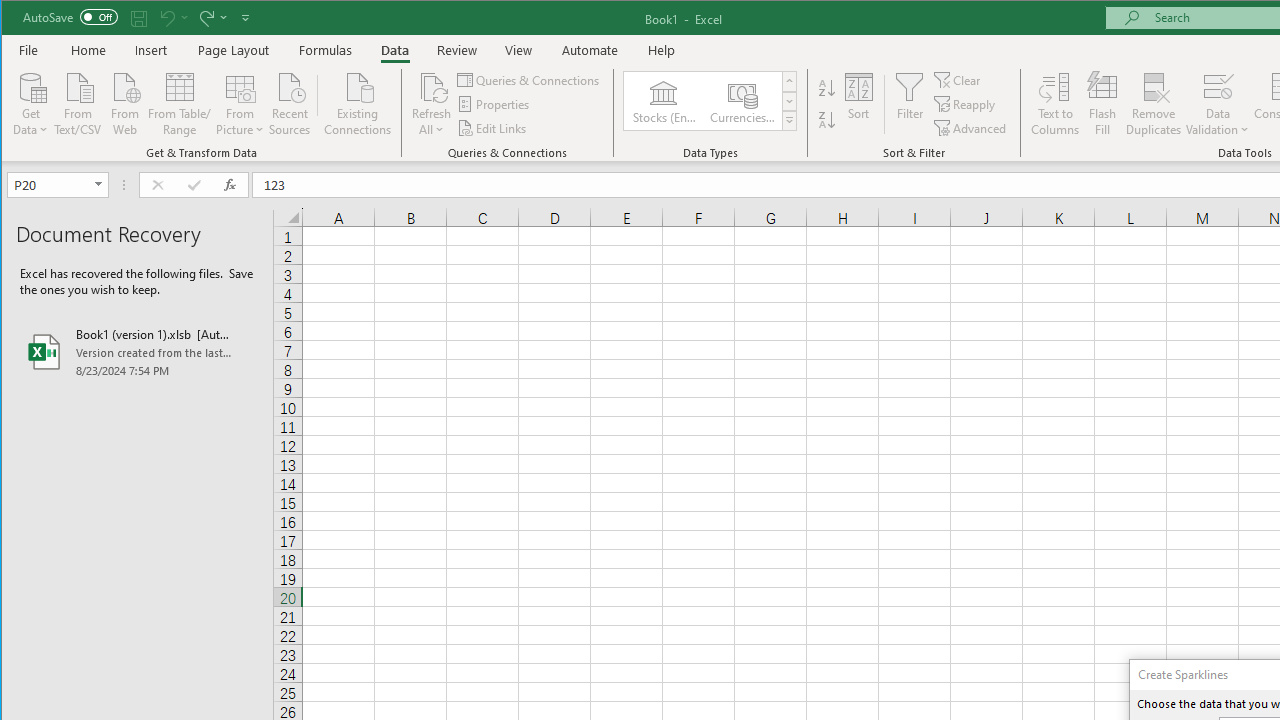 Image resolution: width=1280 pixels, height=720 pixels. I want to click on 'Sort Smallest to Largest', so click(827, 87).